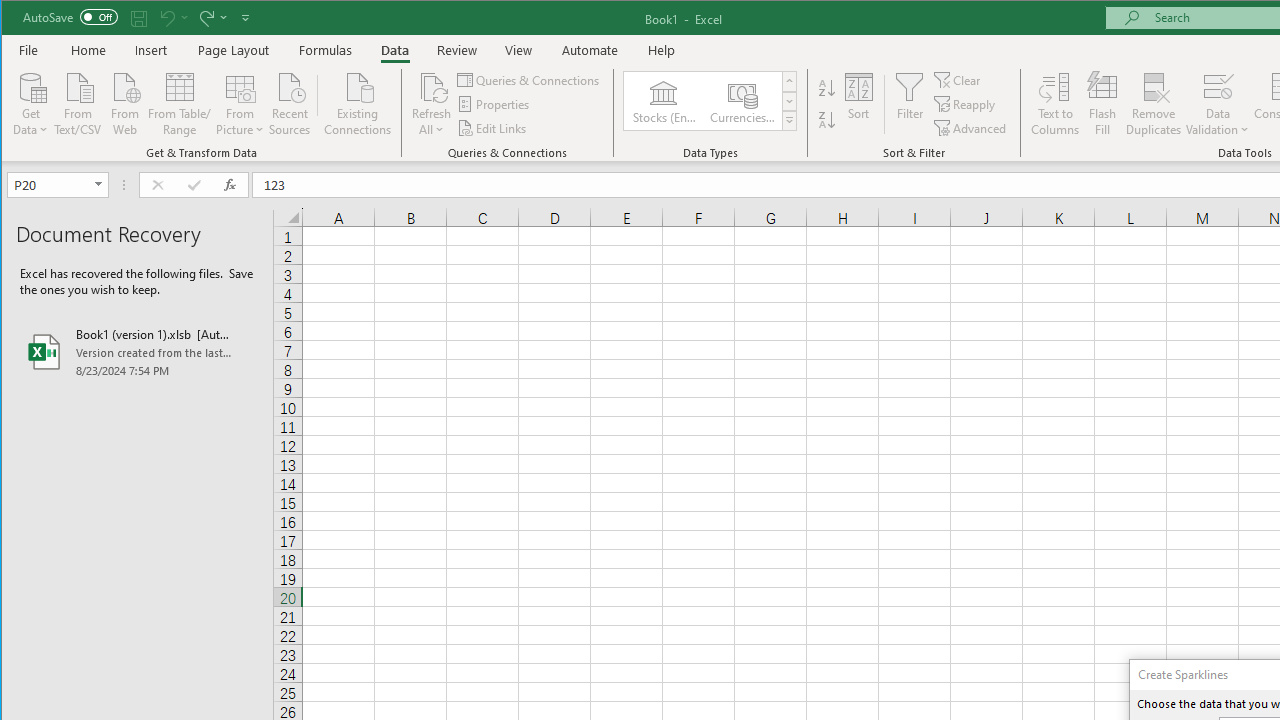 Image resolution: width=1280 pixels, height=720 pixels. I want to click on 'Sort Smallest to Largest', so click(827, 87).